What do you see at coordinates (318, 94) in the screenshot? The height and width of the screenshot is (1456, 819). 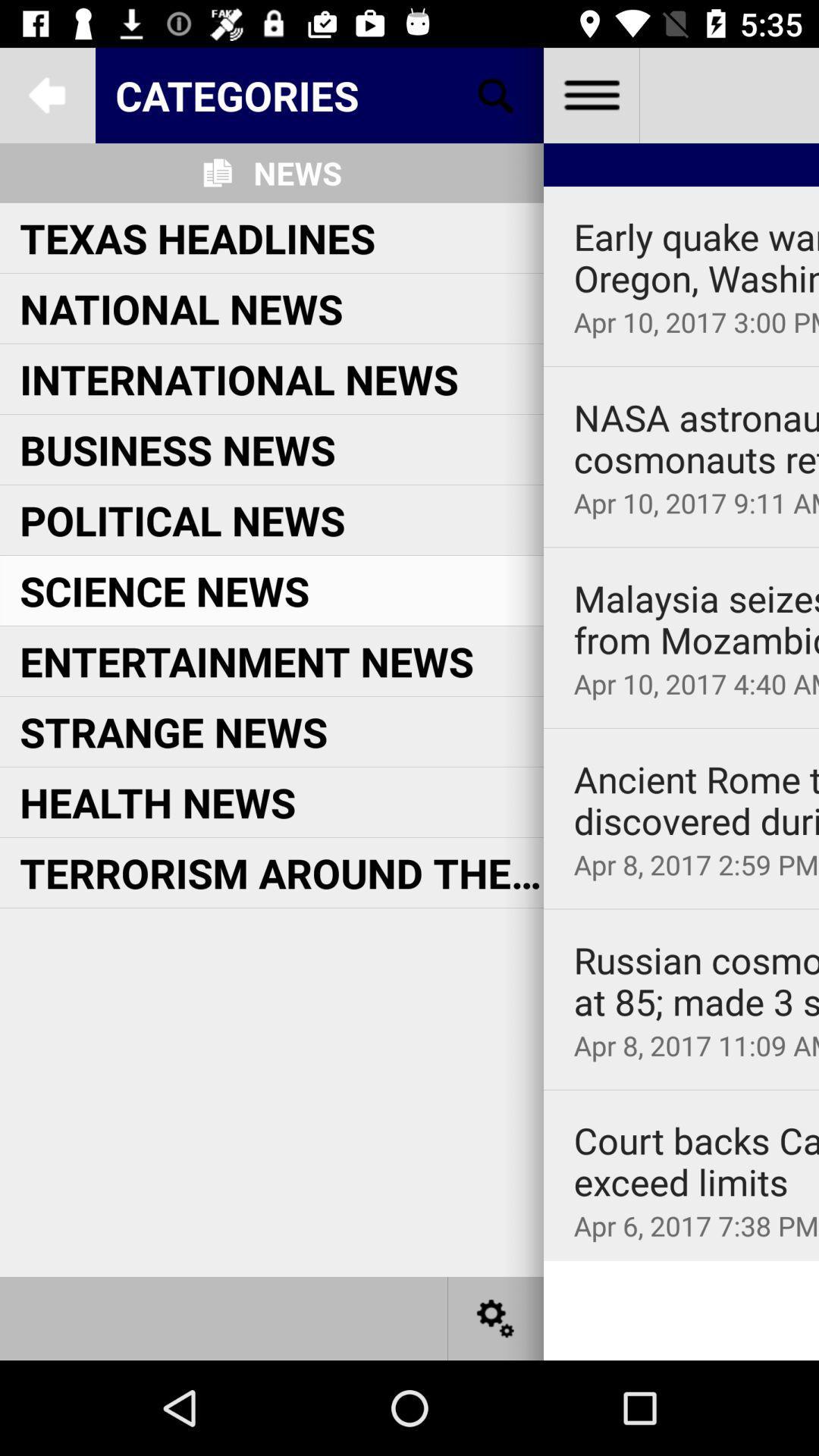 I see `categories` at bounding box center [318, 94].